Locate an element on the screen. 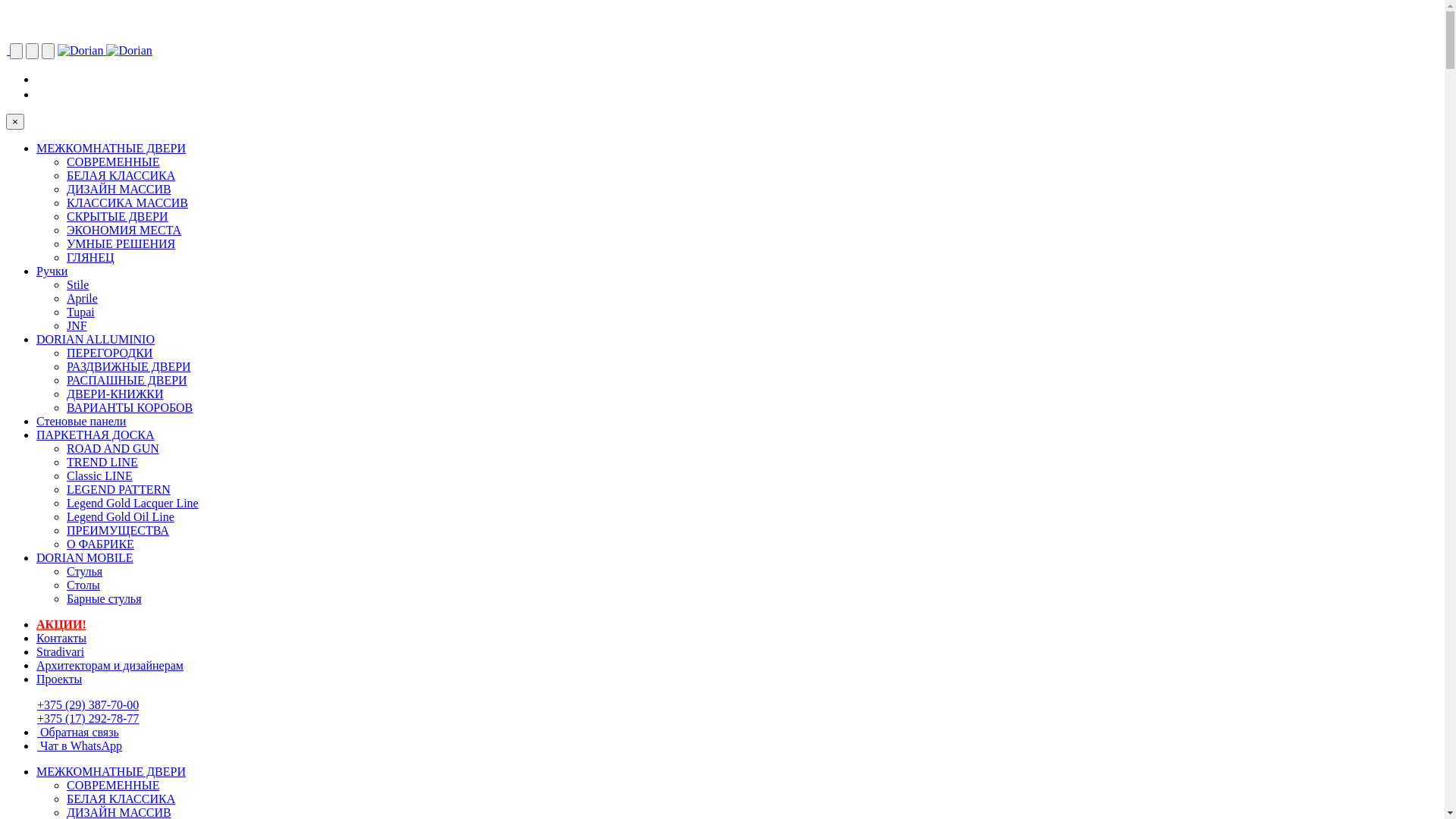  'Stradivari' is located at coordinates (60, 651).